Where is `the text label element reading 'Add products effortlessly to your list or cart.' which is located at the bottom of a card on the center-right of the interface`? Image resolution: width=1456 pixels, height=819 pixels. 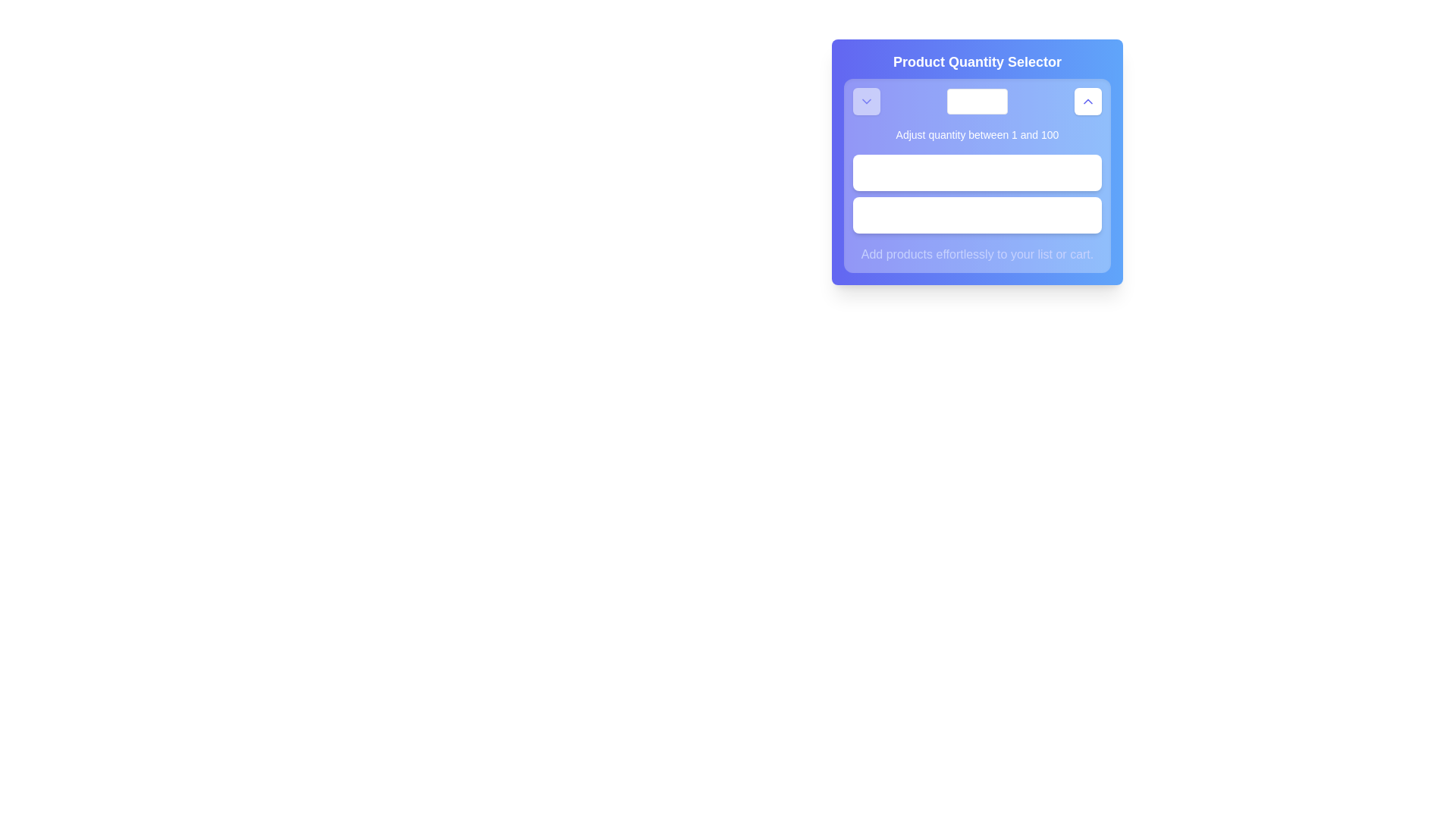
the text label element reading 'Add products effortlessly to your list or cart.' which is located at the bottom of a card on the center-right of the interface is located at coordinates (977, 253).